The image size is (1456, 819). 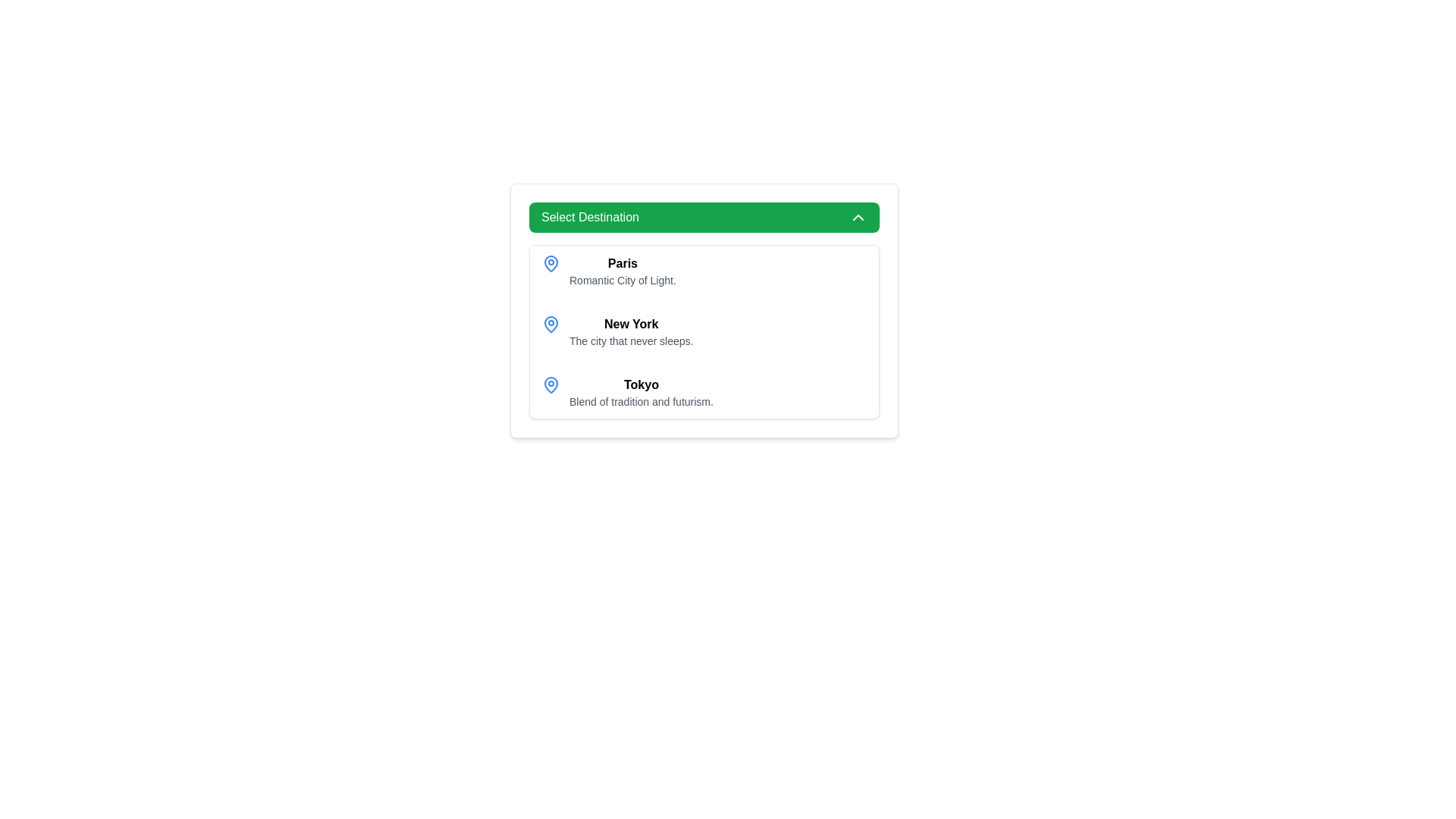 What do you see at coordinates (623, 271) in the screenshot?
I see `the first list item in the 'Select Destination' dropdown menu, which features 'Paris' in bold and 'Romantic City of Light.' in smaller gray font, accompanied by a blue map pin icon` at bounding box center [623, 271].